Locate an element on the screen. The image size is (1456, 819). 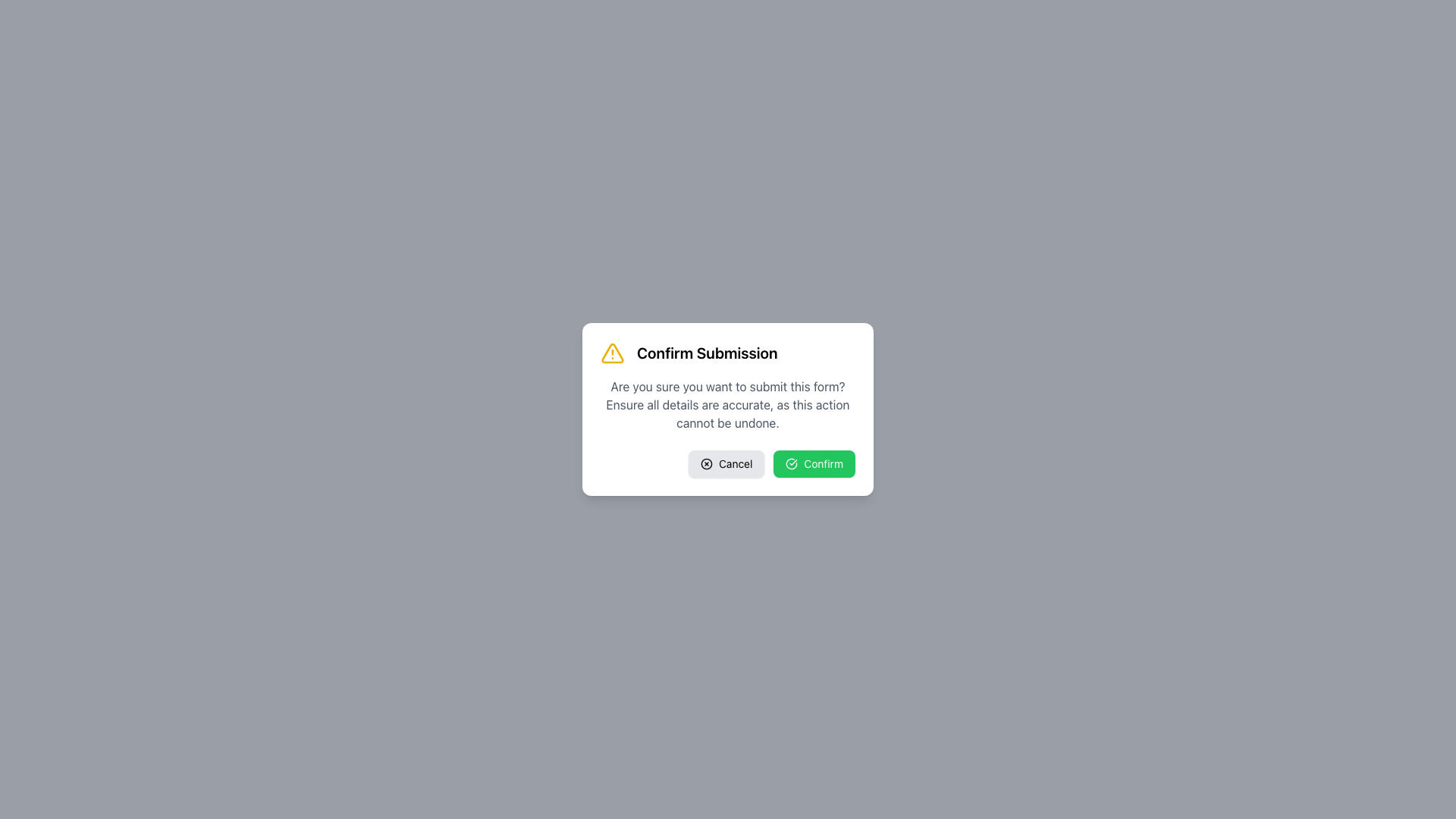
the buttons in the Button Group located at the bottom of the modal dialog box is located at coordinates (728, 463).